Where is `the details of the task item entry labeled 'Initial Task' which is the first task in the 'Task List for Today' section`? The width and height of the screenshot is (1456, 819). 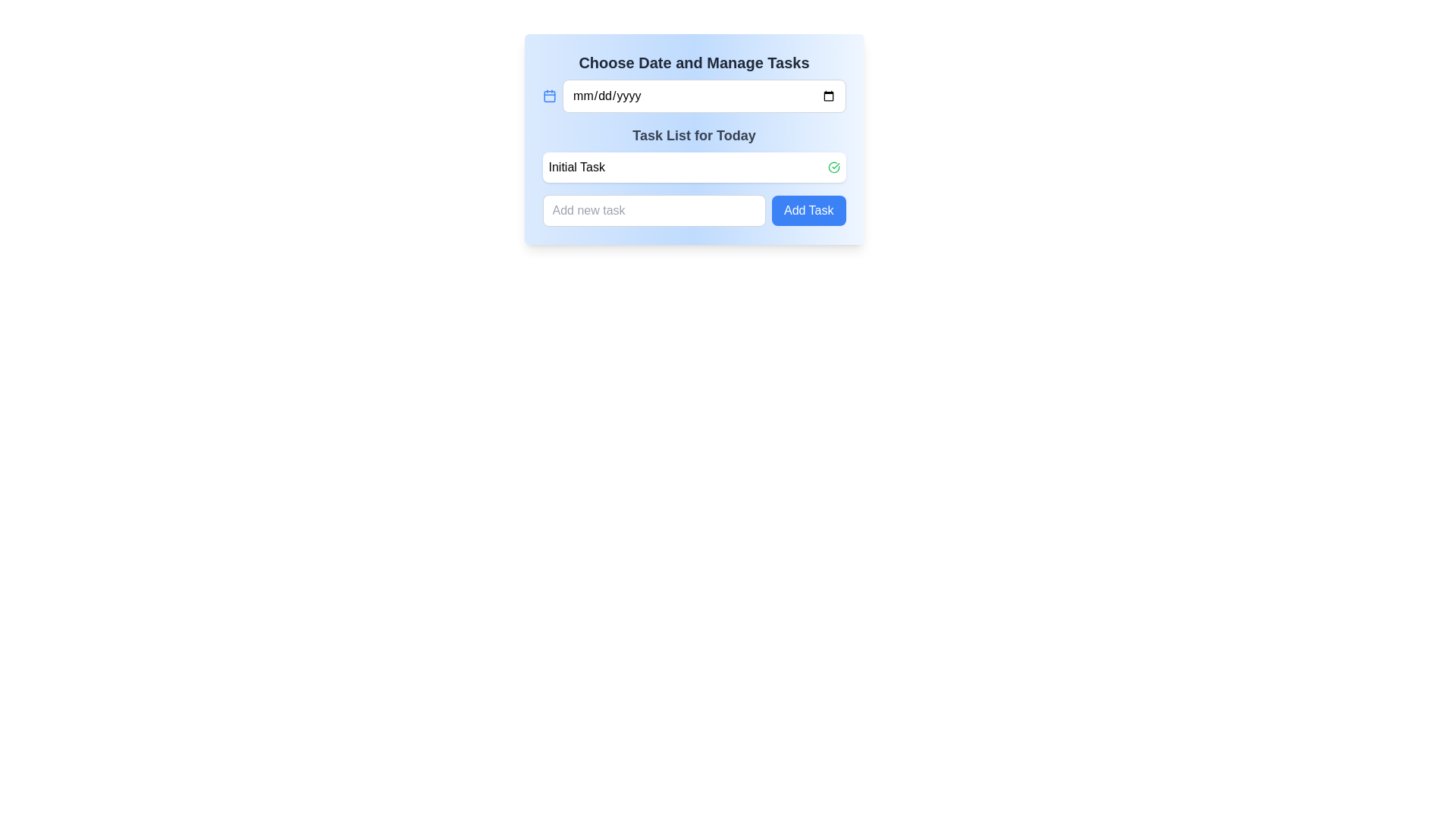
the details of the task item entry labeled 'Initial Task' which is the first task in the 'Task List for Today' section is located at coordinates (693, 167).